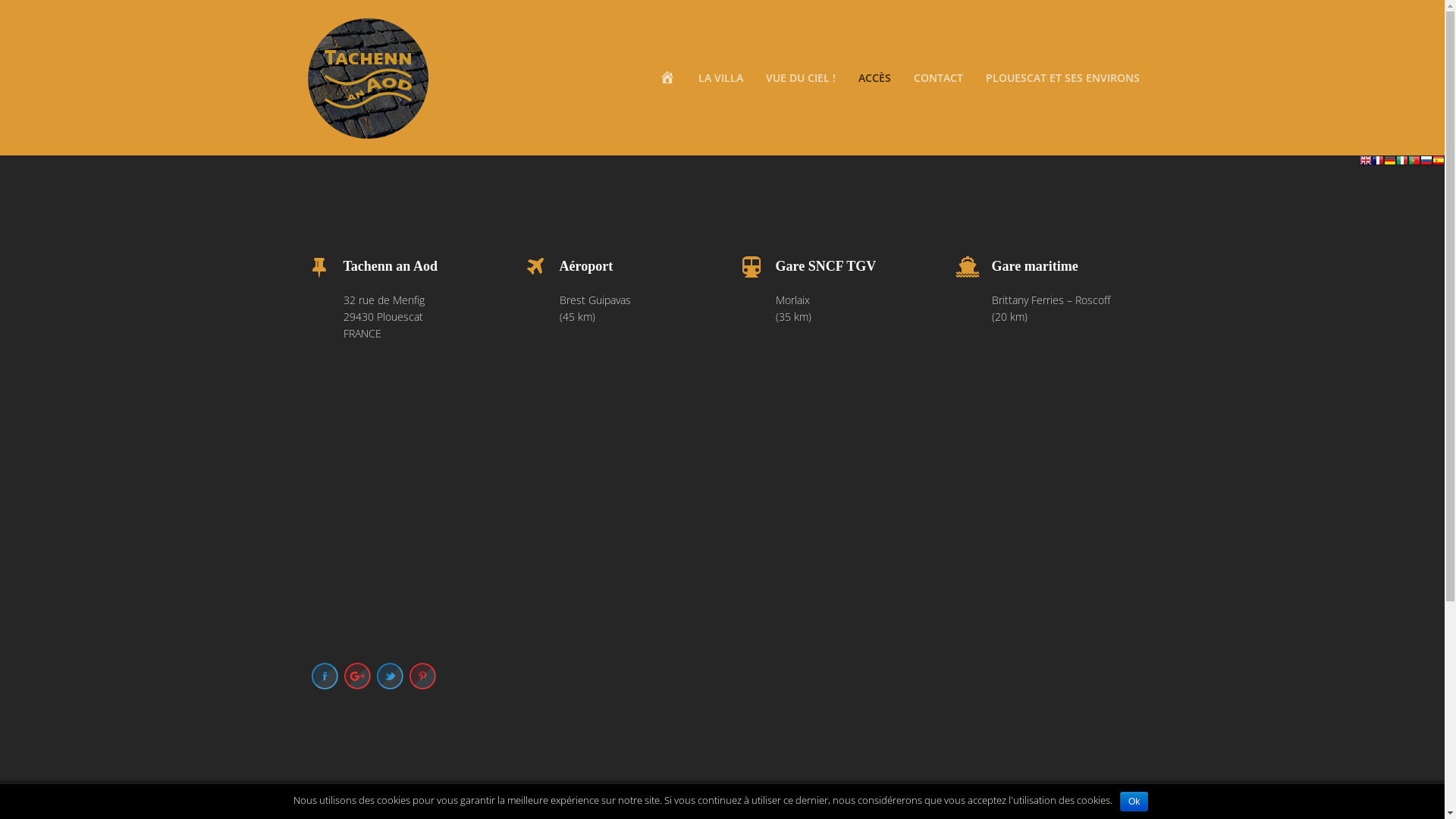  Describe the element at coordinates (937, 77) in the screenshot. I see `'CONTACT'` at that location.